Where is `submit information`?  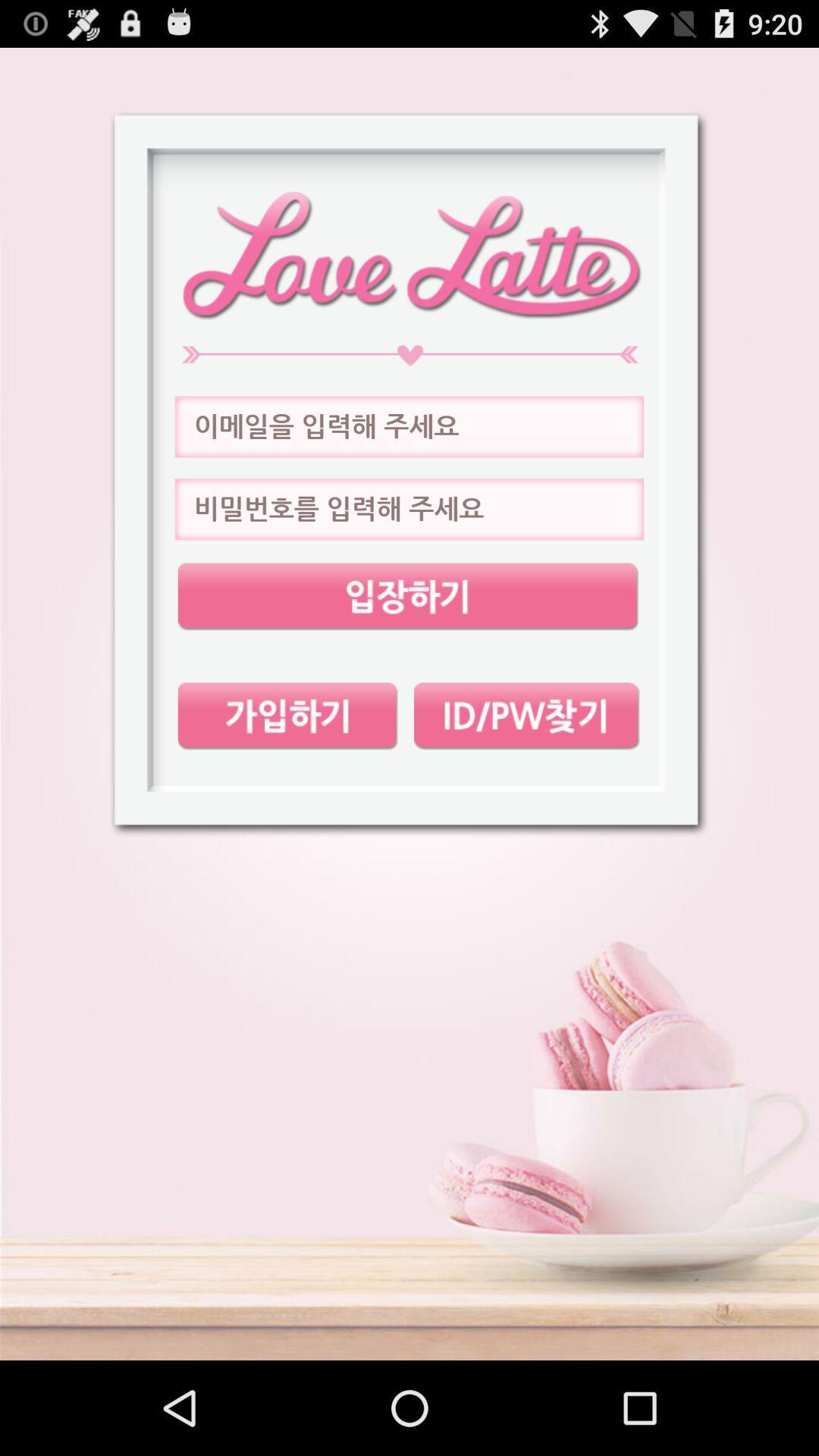 submit information is located at coordinates (407, 596).